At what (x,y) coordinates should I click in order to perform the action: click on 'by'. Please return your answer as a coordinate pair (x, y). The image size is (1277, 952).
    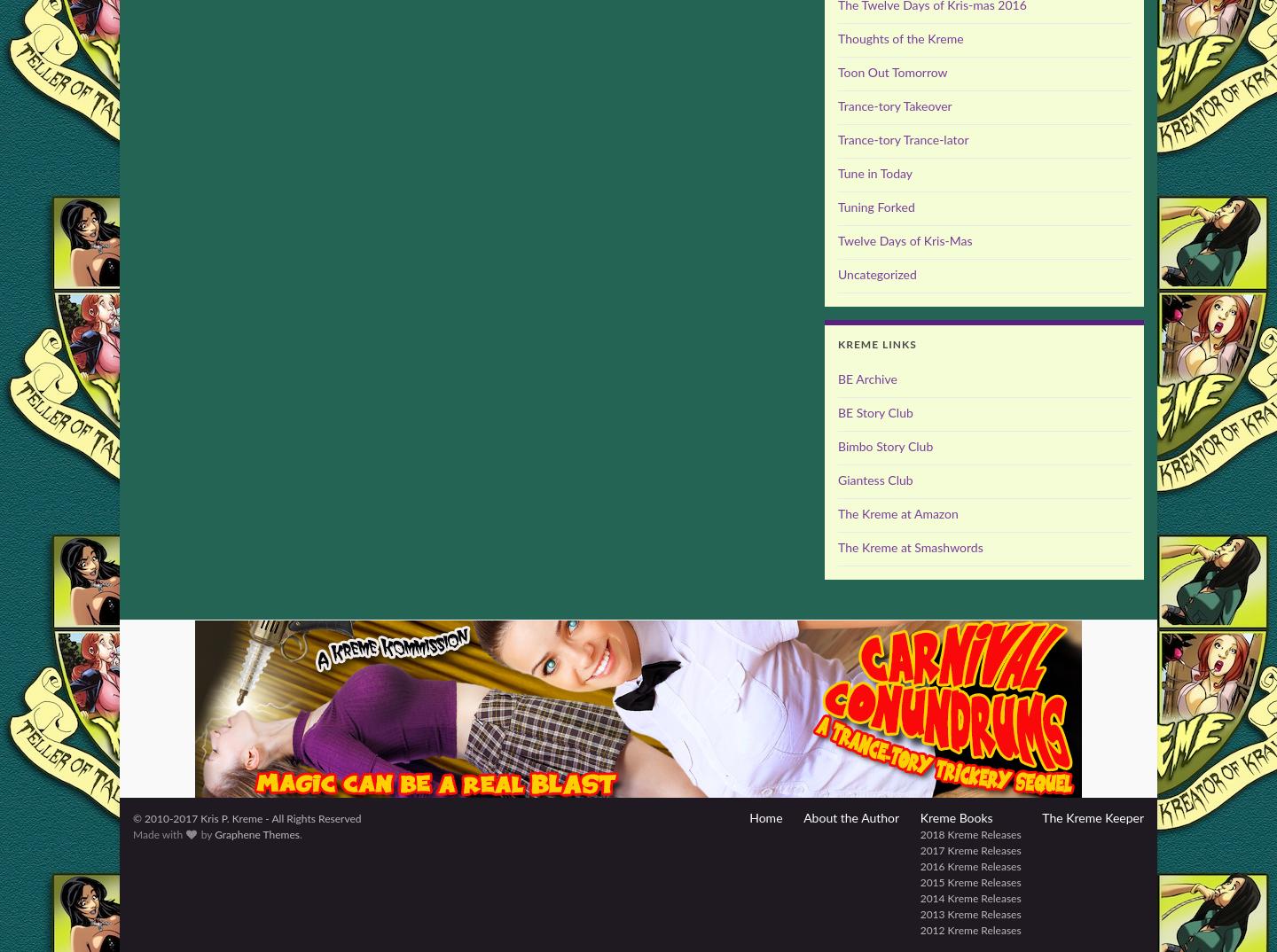
    Looking at the image, I should click on (206, 835).